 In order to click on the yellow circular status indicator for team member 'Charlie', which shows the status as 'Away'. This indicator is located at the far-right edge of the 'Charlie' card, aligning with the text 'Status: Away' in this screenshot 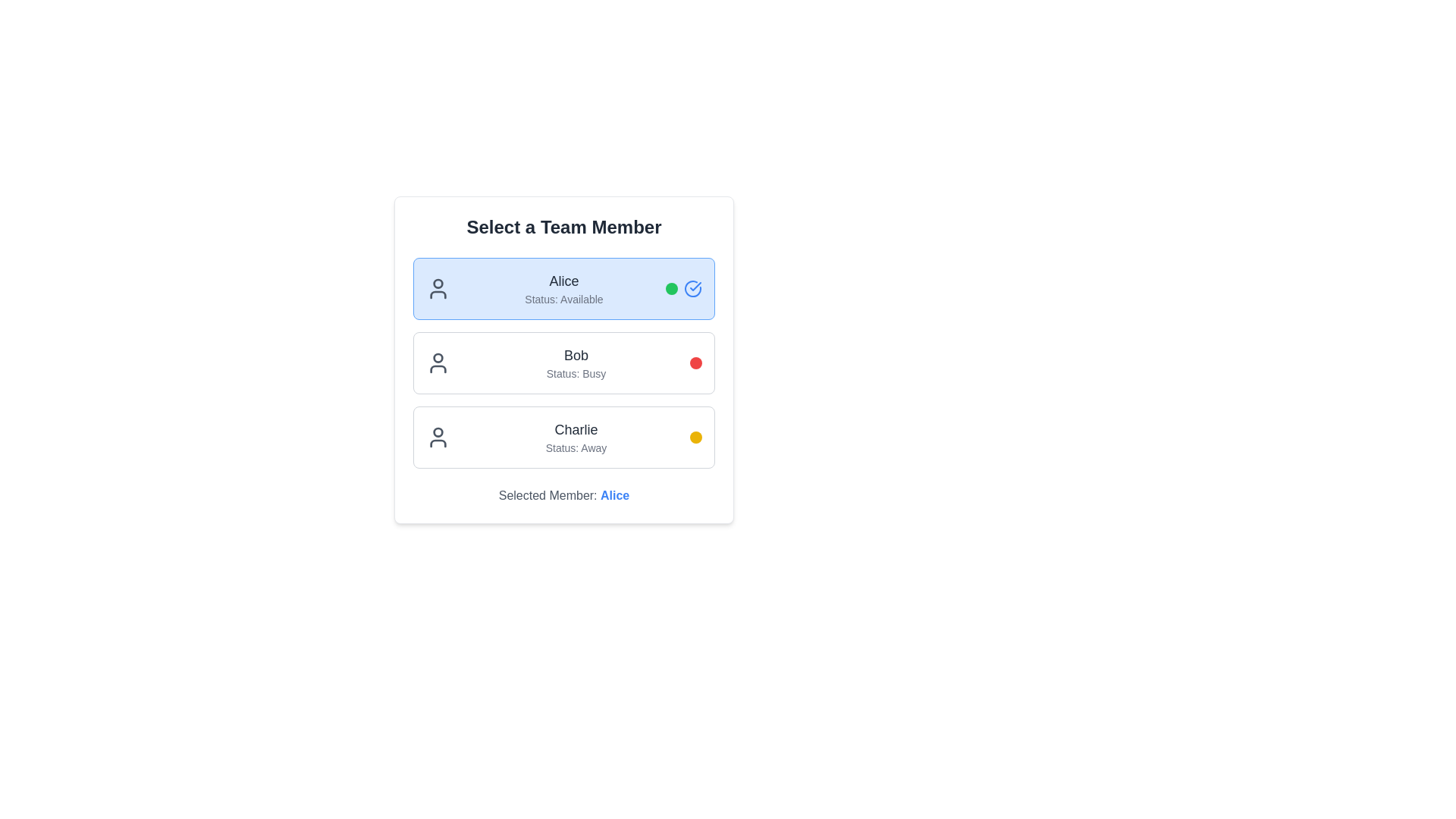, I will do `click(695, 438)`.